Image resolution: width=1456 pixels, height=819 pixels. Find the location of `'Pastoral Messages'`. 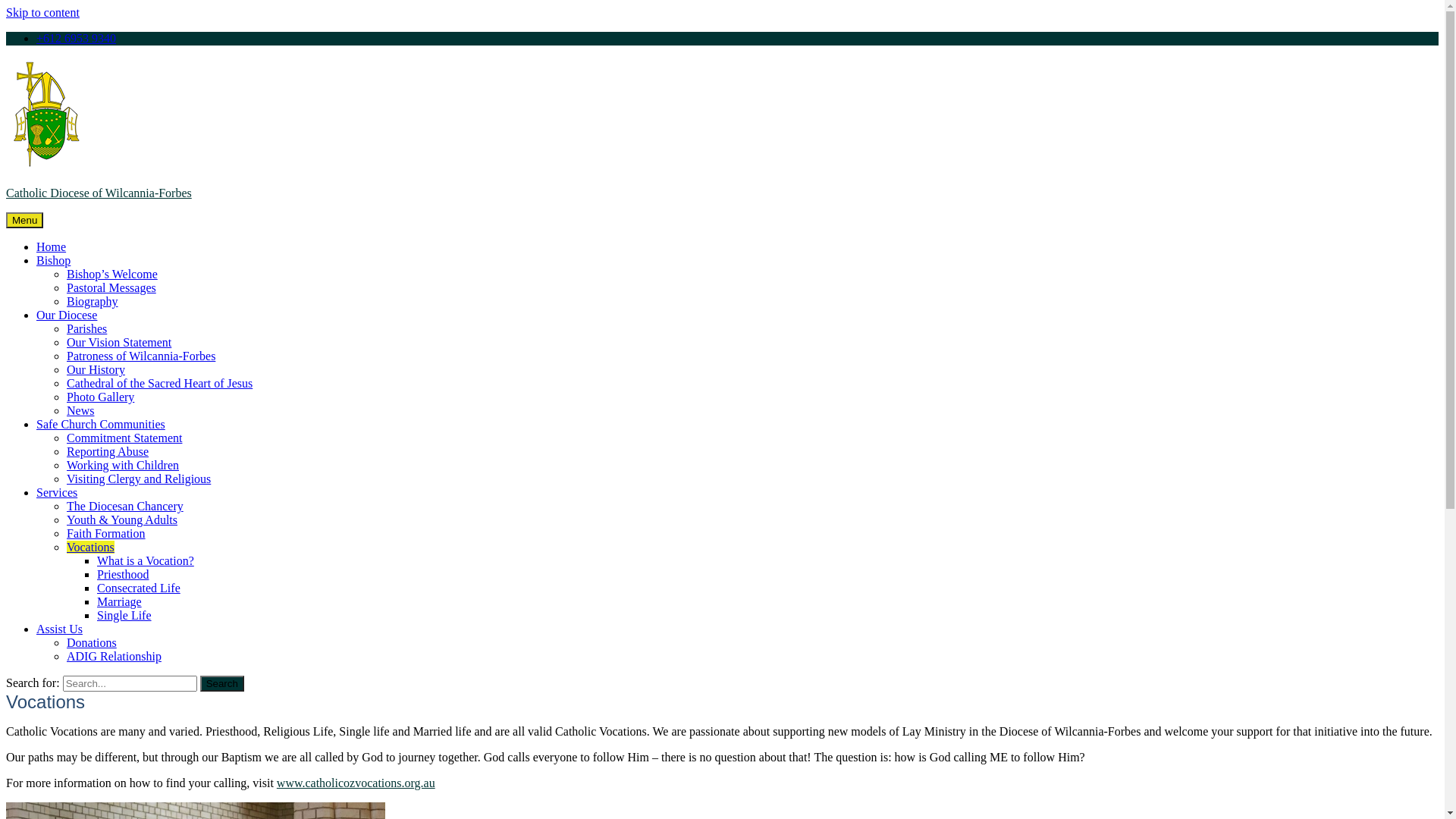

'Pastoral Messages' is located at coordinates (111, 287).